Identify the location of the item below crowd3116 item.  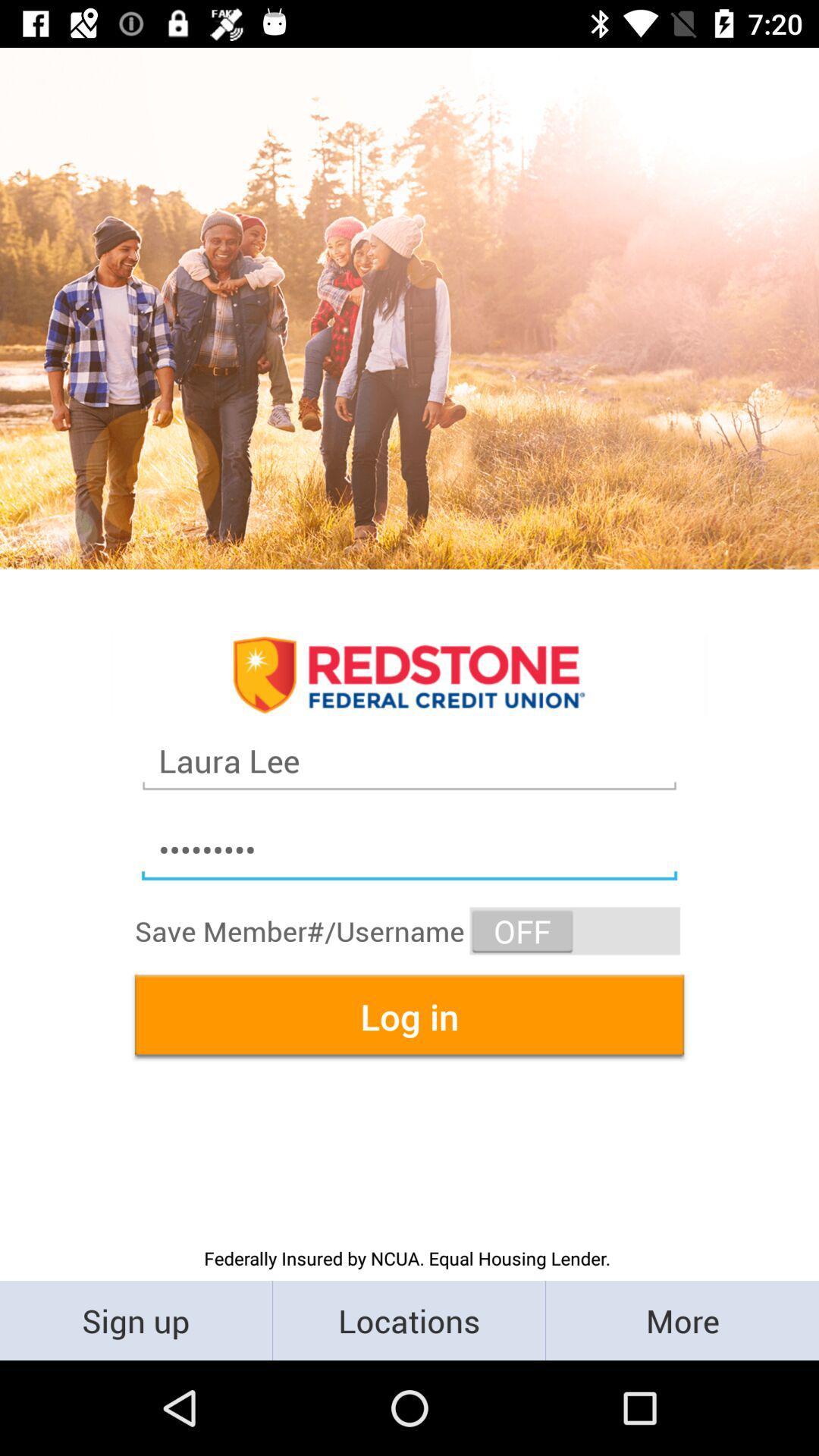
(575, 930).